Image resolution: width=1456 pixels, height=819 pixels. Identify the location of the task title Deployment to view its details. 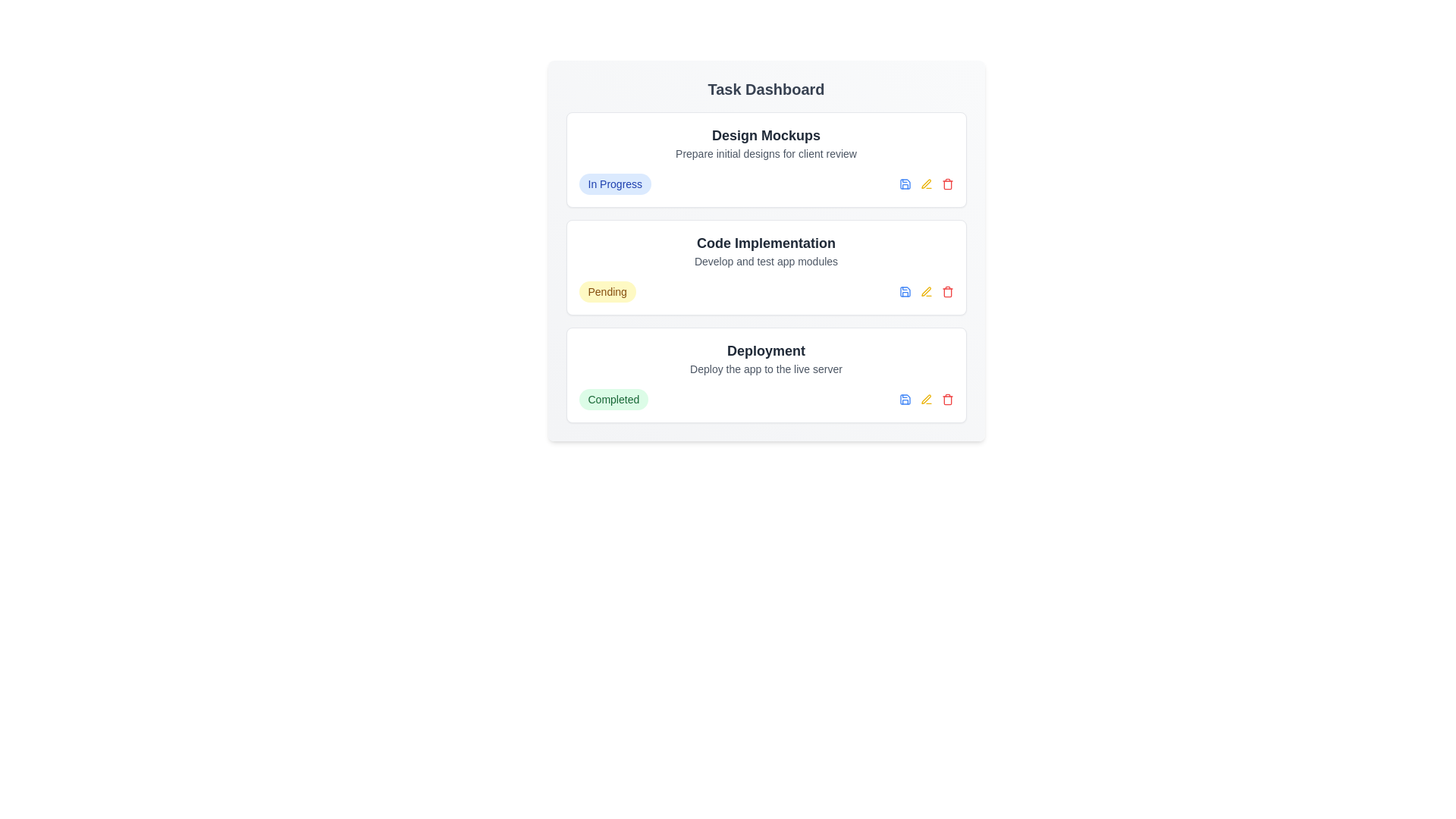
(766, 350).